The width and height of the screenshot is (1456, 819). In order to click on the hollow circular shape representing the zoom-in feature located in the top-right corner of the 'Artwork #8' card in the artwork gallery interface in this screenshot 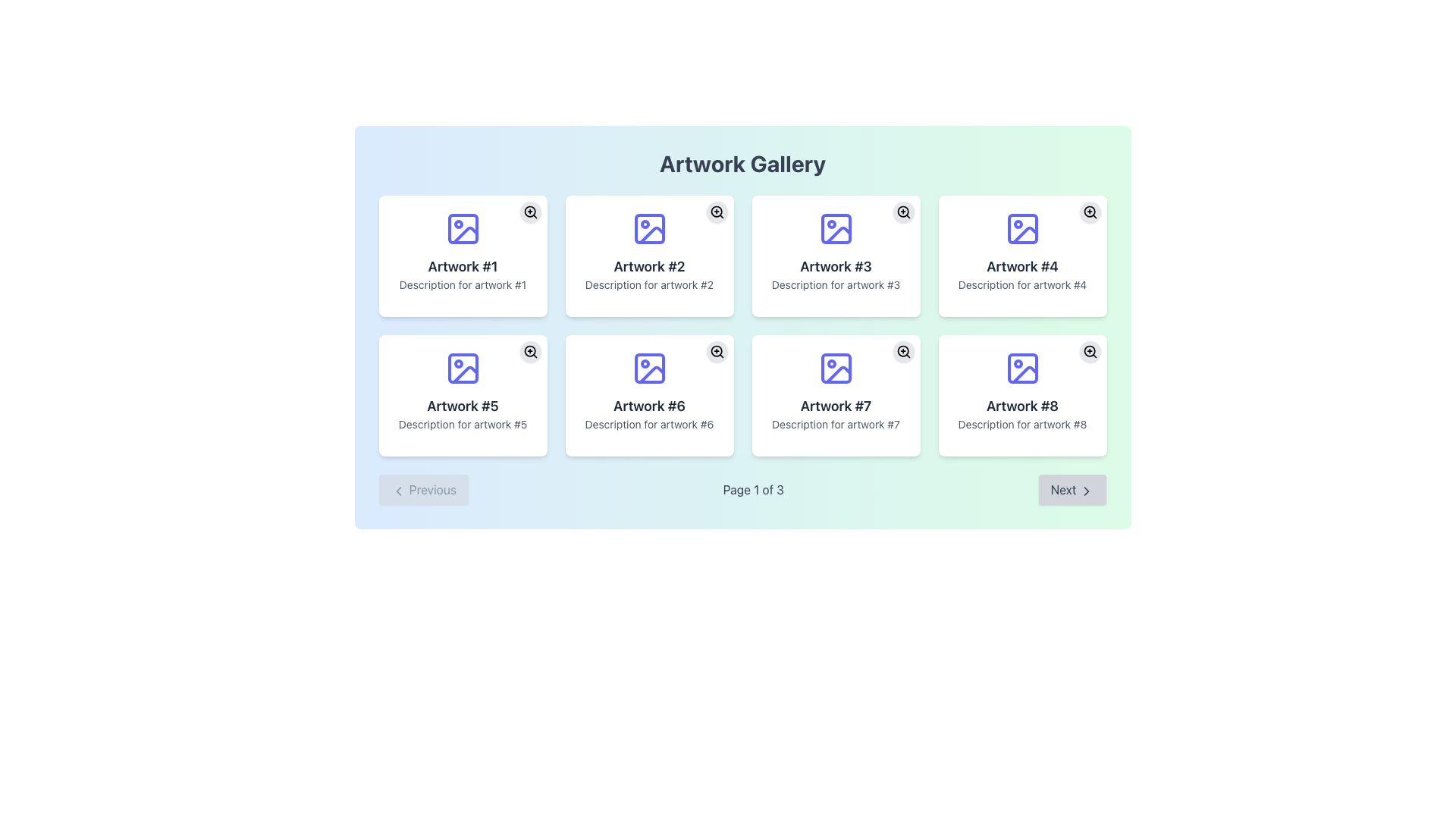, I will do `click(1088, 351)`.